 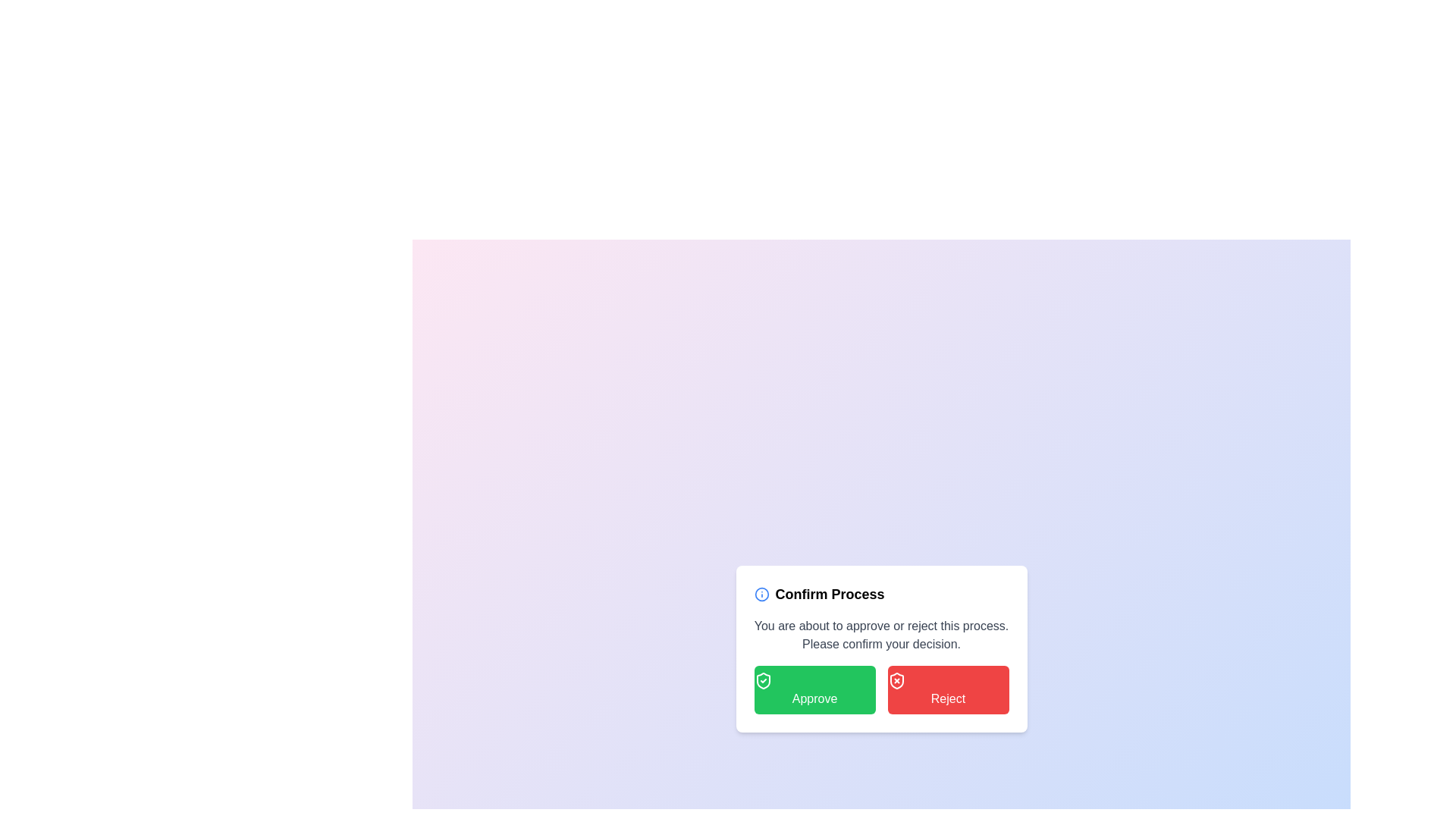 I want to click on the rejection button located at the lower-right part of the confirmation dialog box, so click(x=947, y=690).